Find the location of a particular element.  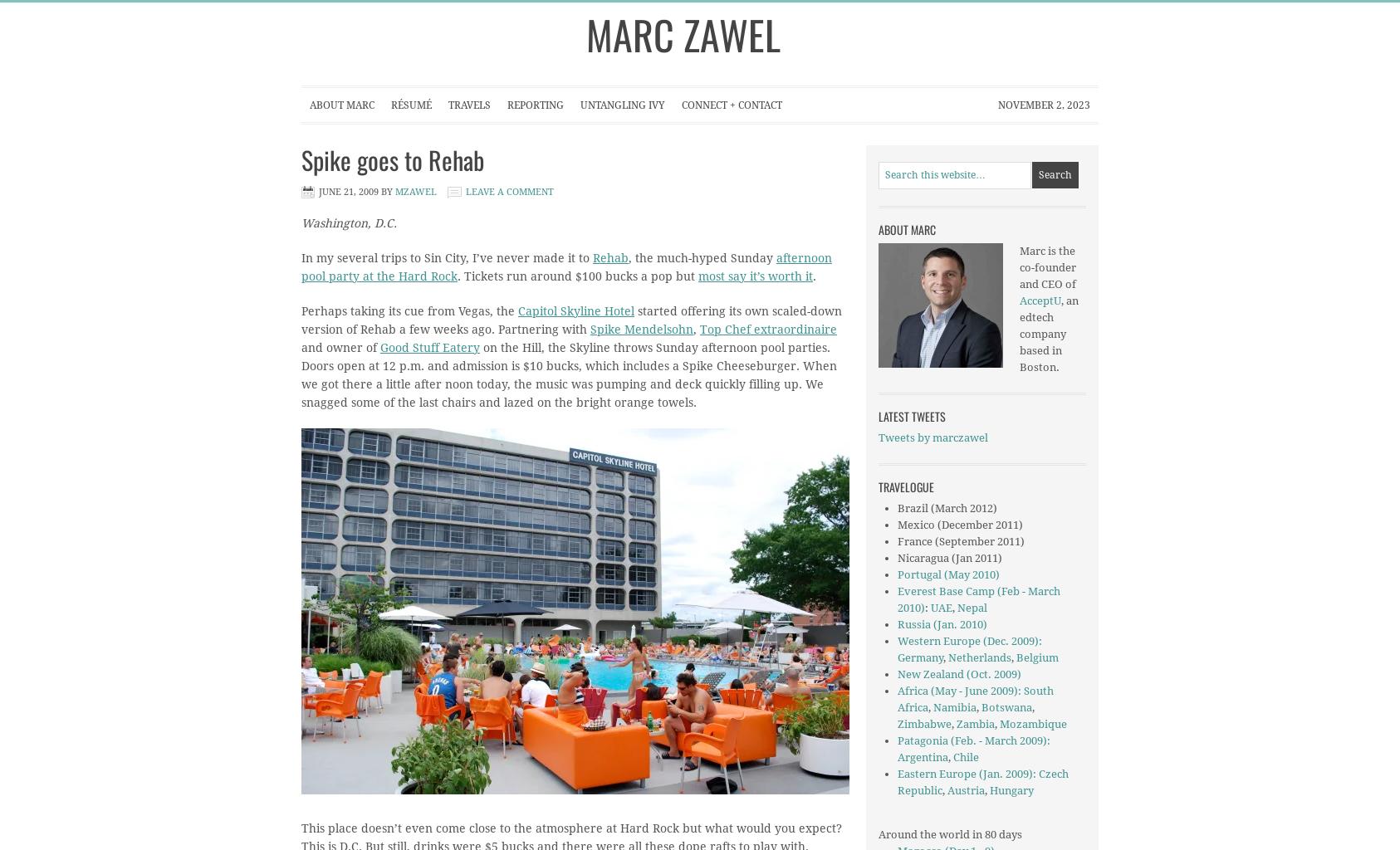

'Tweets by marczawel' is located at coordinates (878, 437).